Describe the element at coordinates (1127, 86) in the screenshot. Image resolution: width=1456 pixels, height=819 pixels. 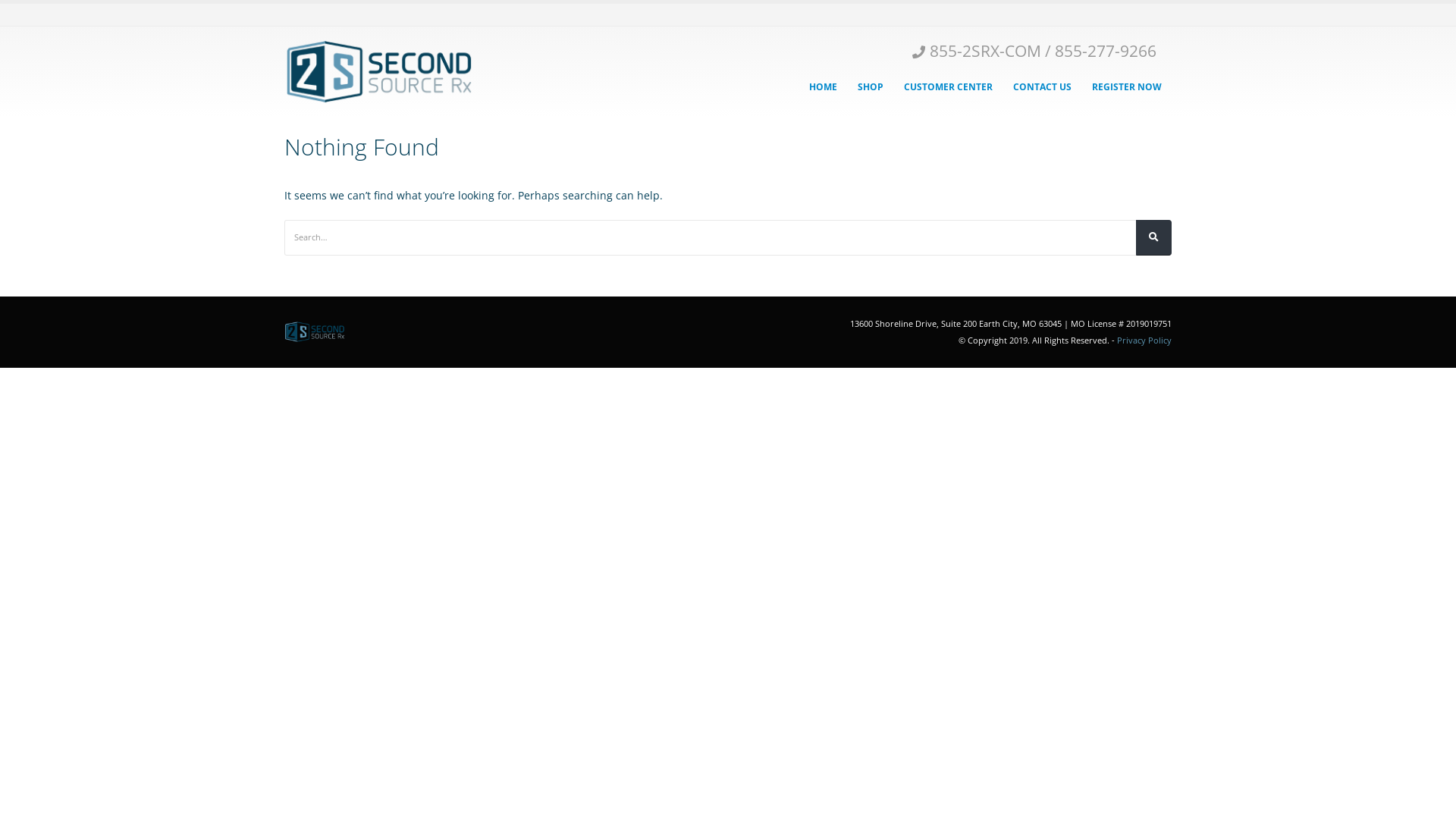
I see `'REGISTER NOW'` at that location.